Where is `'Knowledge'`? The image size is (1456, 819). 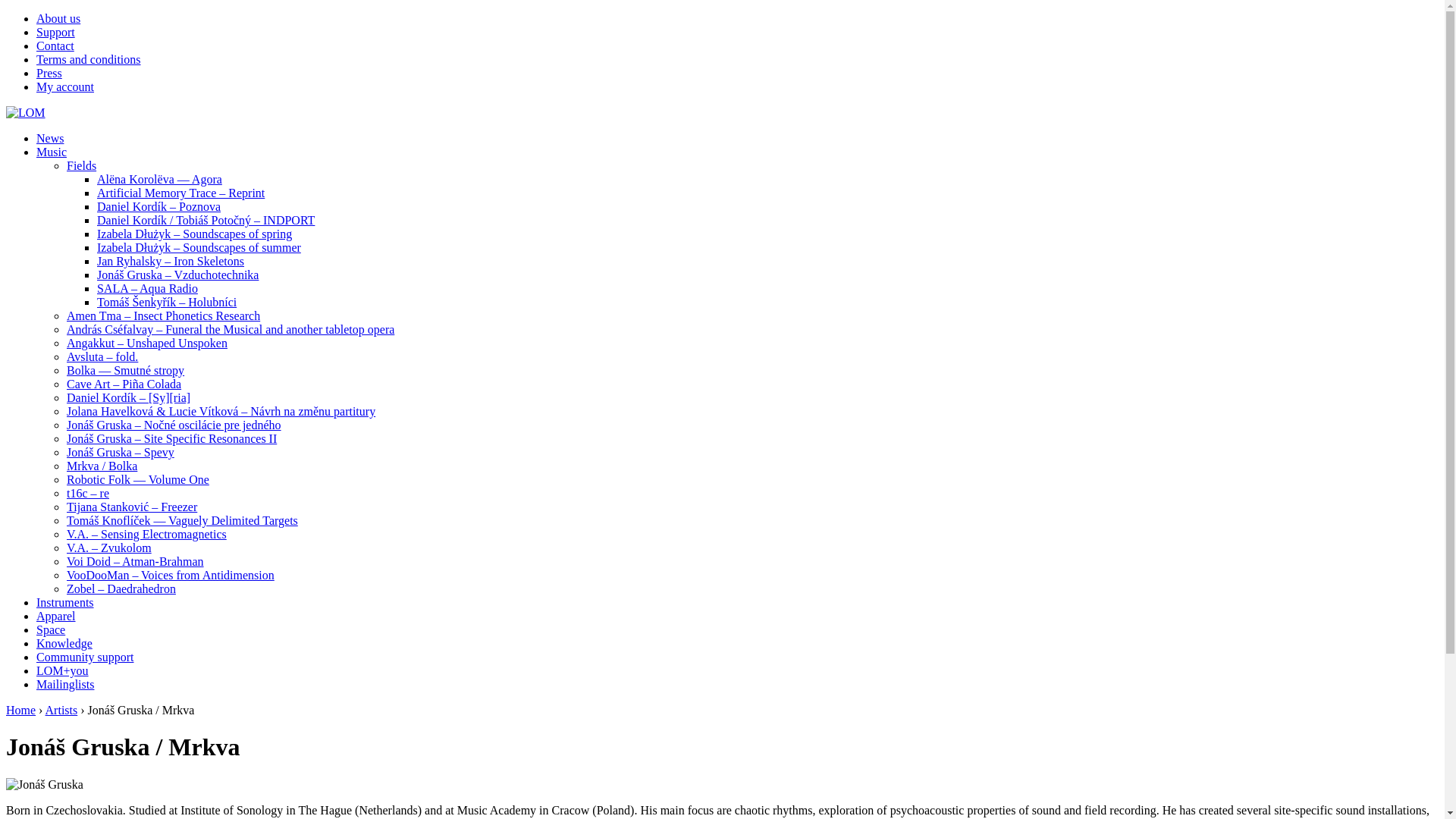
'Knowledge' is located at coordinates (64, 643).